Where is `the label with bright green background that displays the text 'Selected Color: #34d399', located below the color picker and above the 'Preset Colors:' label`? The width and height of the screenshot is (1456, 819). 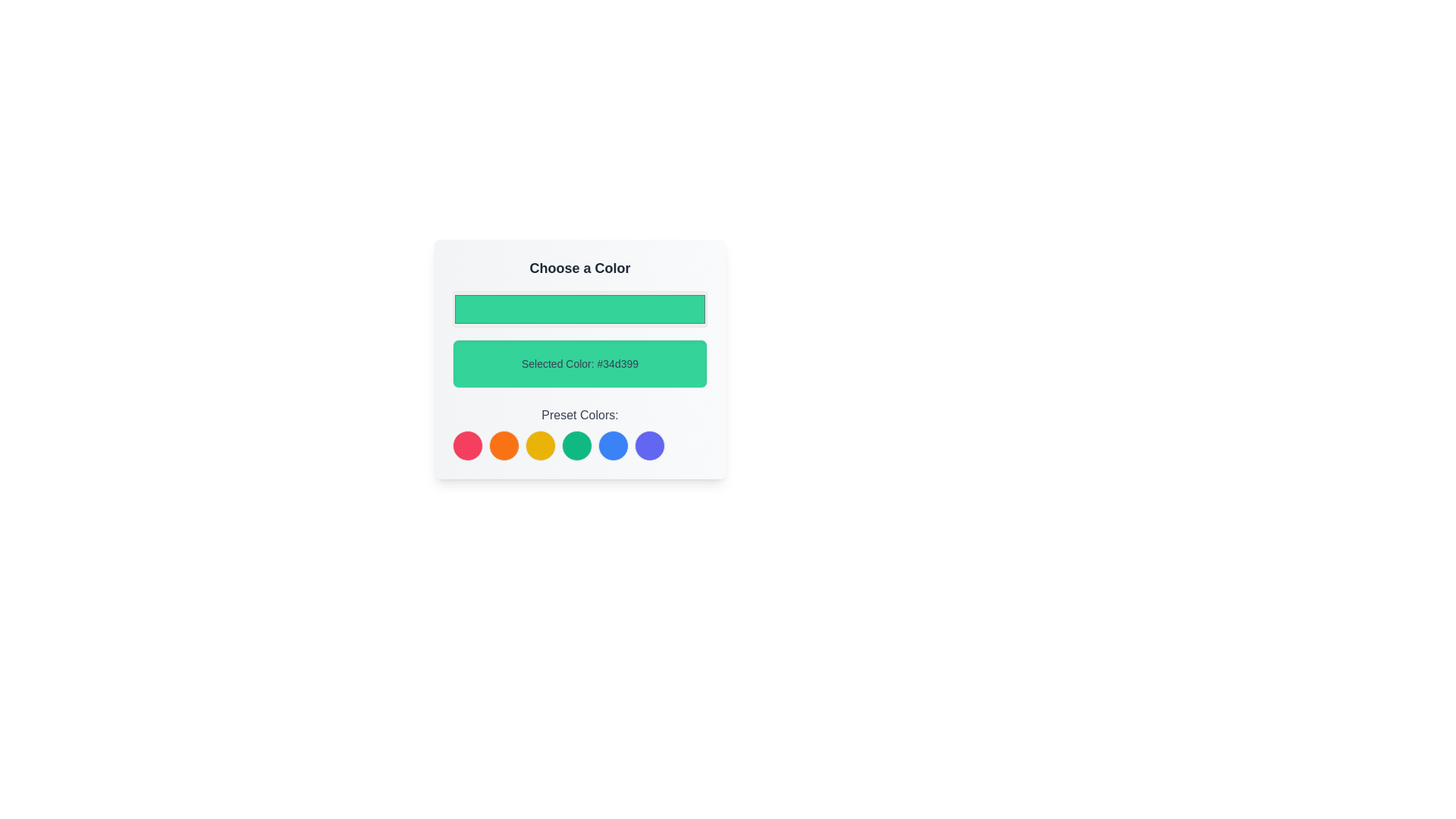 the label with bright green background that displays the text 'Selected Color: #34d399', located below the color picker and above the 'Preset Colors:' label is located at coordinates (579, 363).